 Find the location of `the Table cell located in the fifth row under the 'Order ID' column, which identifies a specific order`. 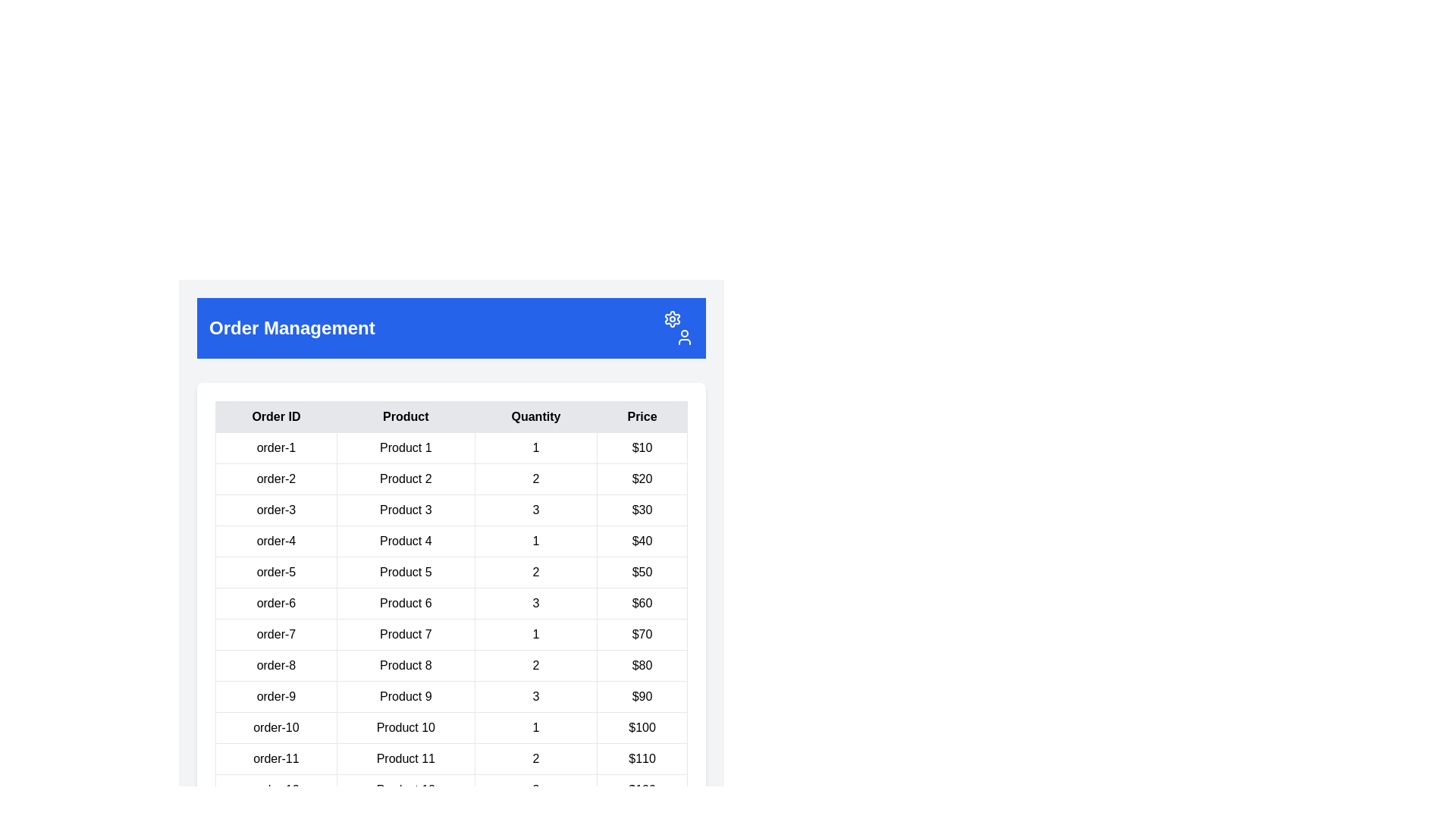

the Table cell located in the fifth row under the 'Order ID' column, which identifies a specific order is located at coordinates (276, 573).